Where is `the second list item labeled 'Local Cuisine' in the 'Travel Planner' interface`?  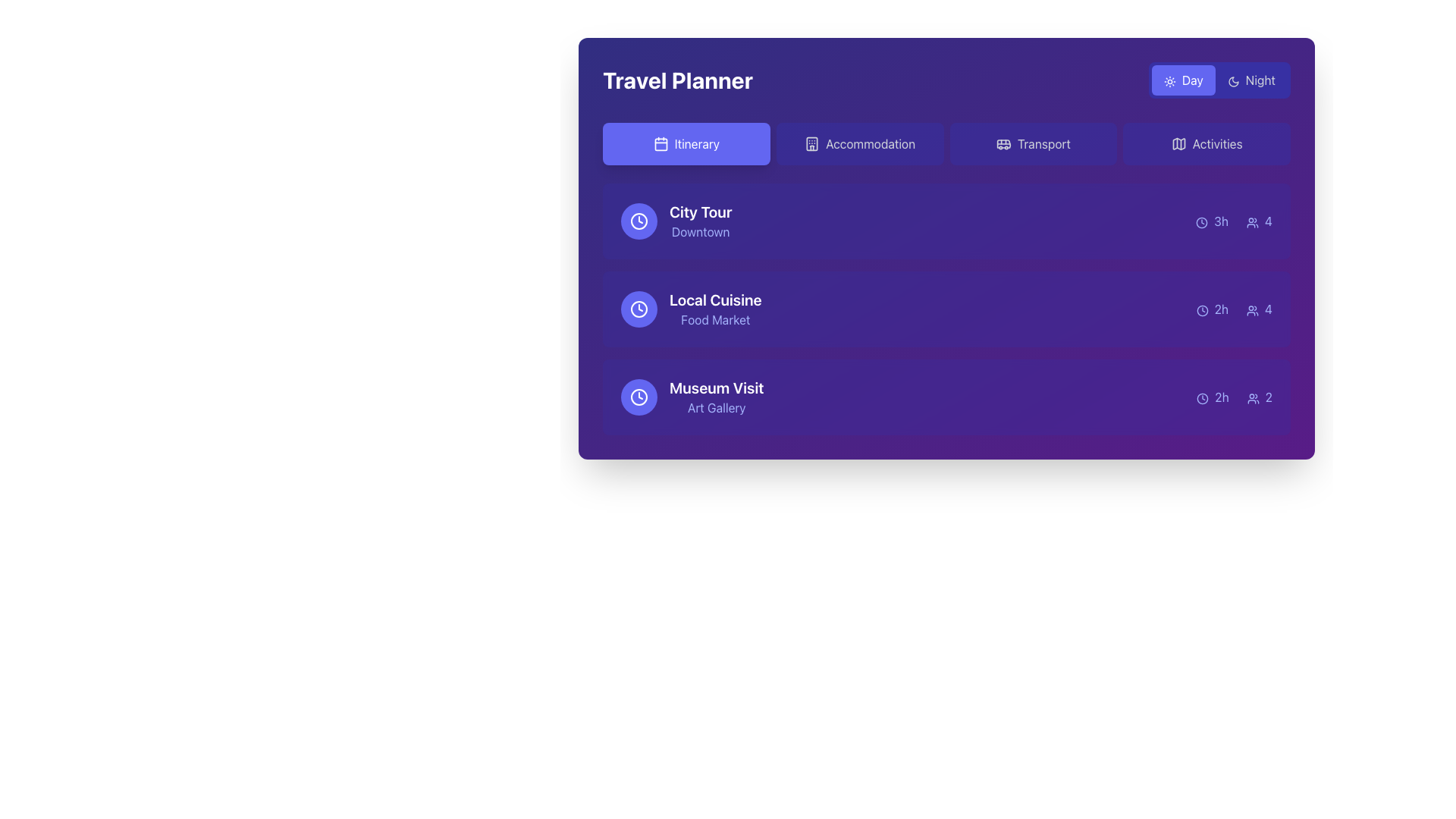
the second list item labeled 'Local Cuisine' in the 'Travel Planner' interface is located at coordinates (946, 309).